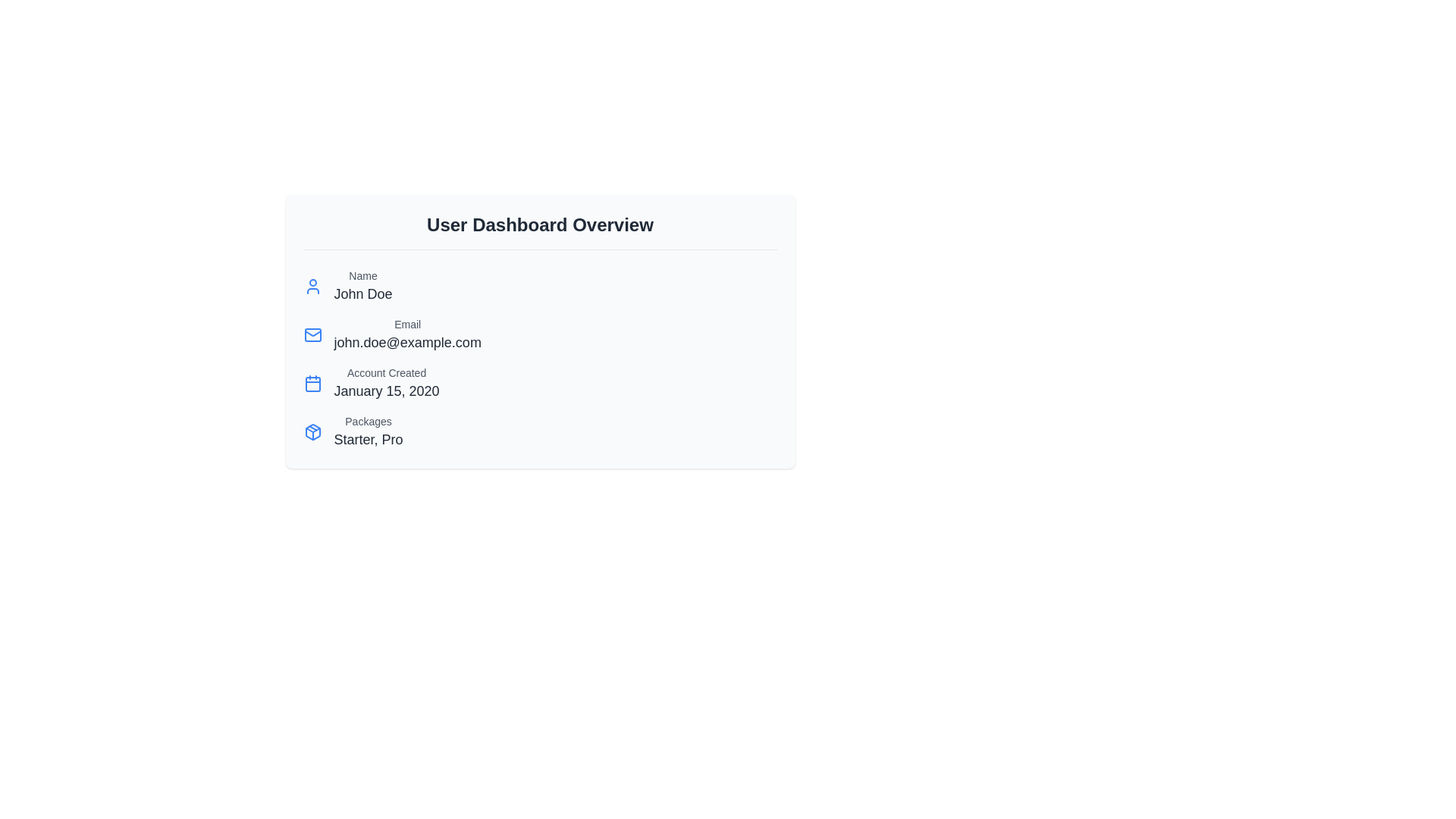 Image resolution: width=1456 pixels, height=819 pixels. I want to click on the Text Label displaying the account creation date, located in the third row of the user dashboard details, below the 'Email' section and above the 'Packages' section, so click(387, 382).